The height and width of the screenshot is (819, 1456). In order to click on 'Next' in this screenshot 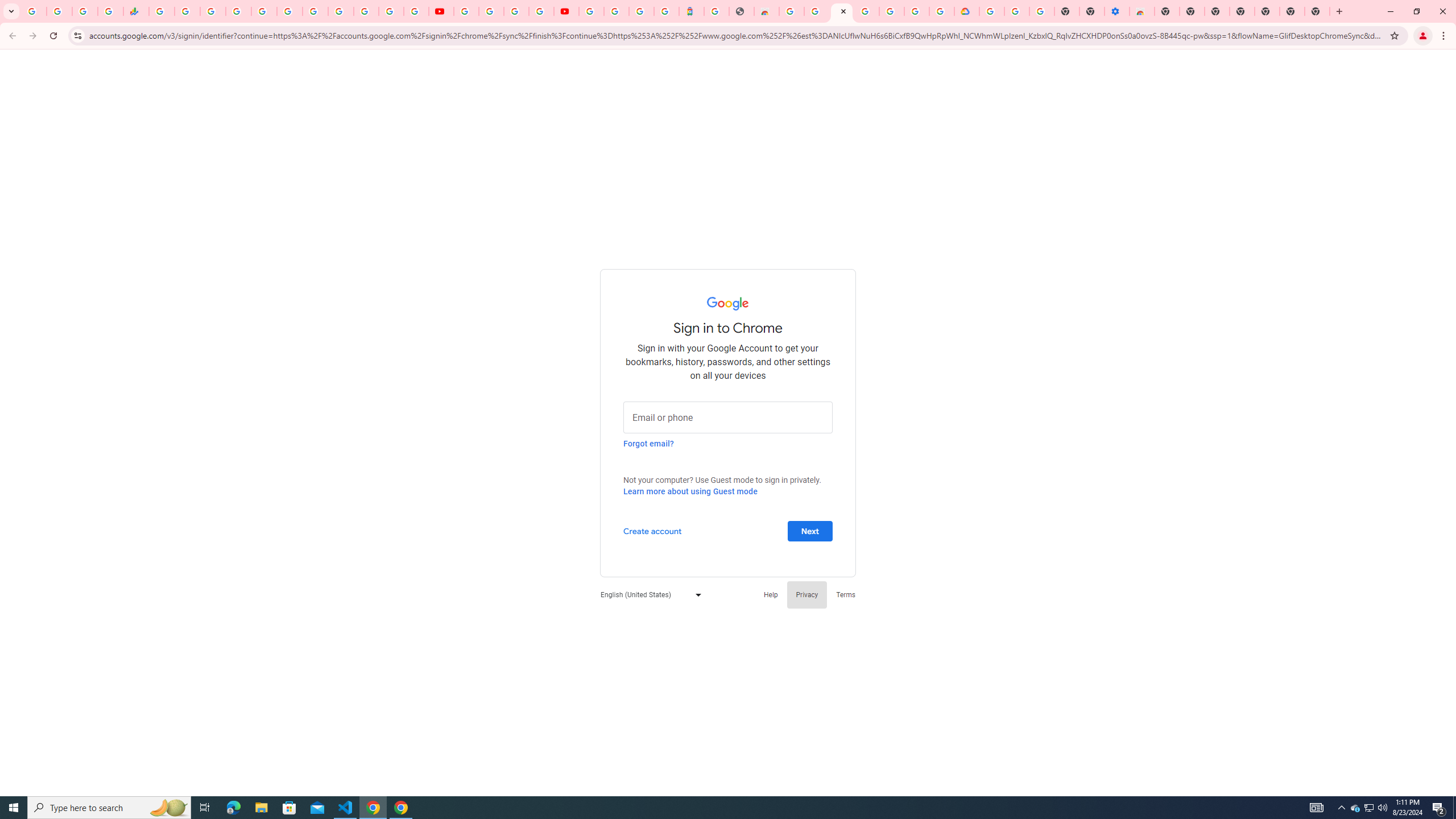, I will do `click(809, 530)`.